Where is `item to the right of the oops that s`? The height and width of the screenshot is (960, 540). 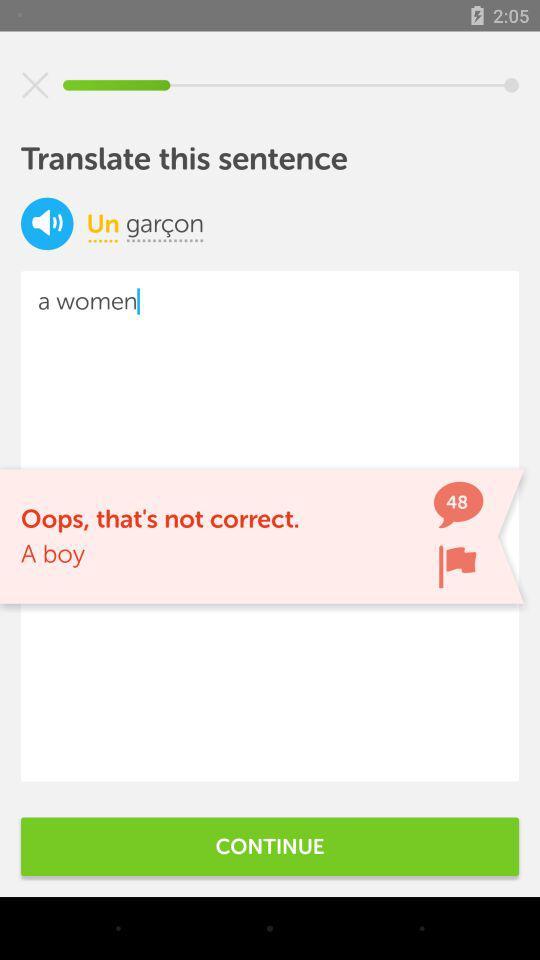 item to the right of the oops that s is located at coordinates (457, 566).